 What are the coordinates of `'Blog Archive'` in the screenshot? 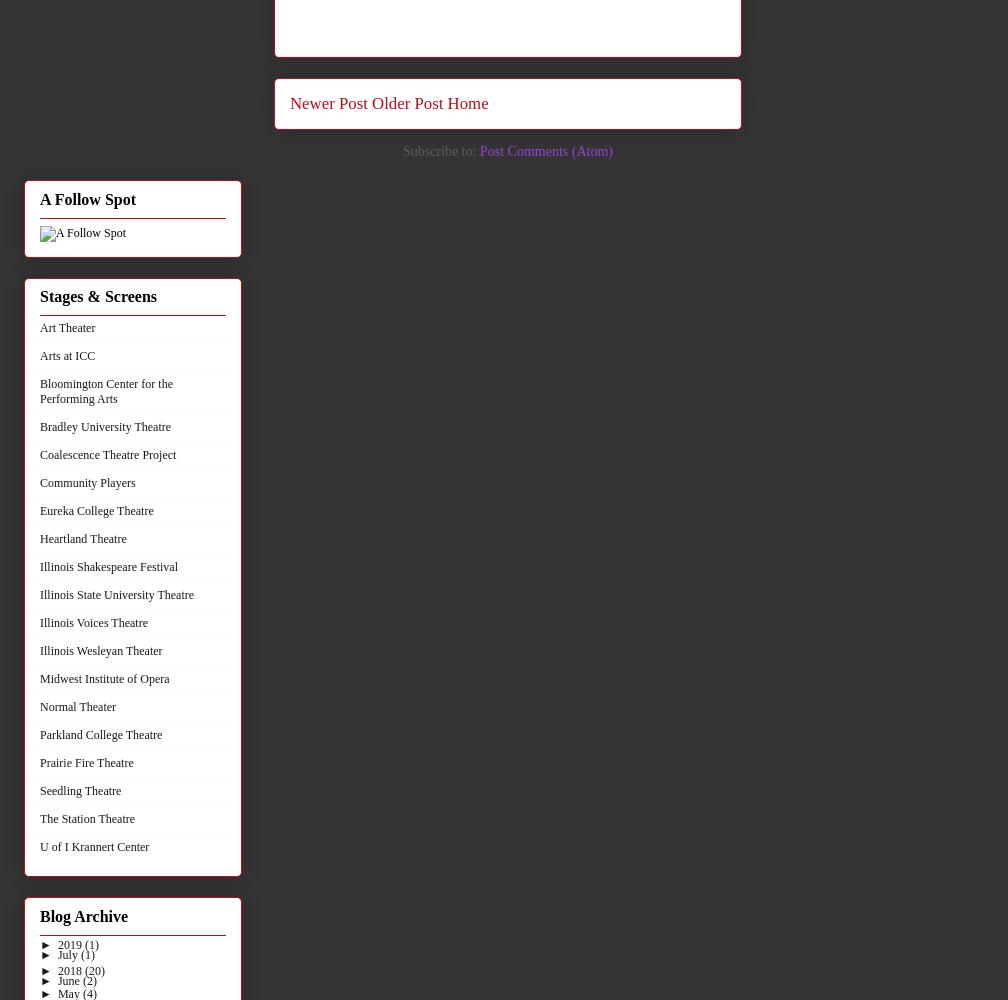 It's located at (83, 915).